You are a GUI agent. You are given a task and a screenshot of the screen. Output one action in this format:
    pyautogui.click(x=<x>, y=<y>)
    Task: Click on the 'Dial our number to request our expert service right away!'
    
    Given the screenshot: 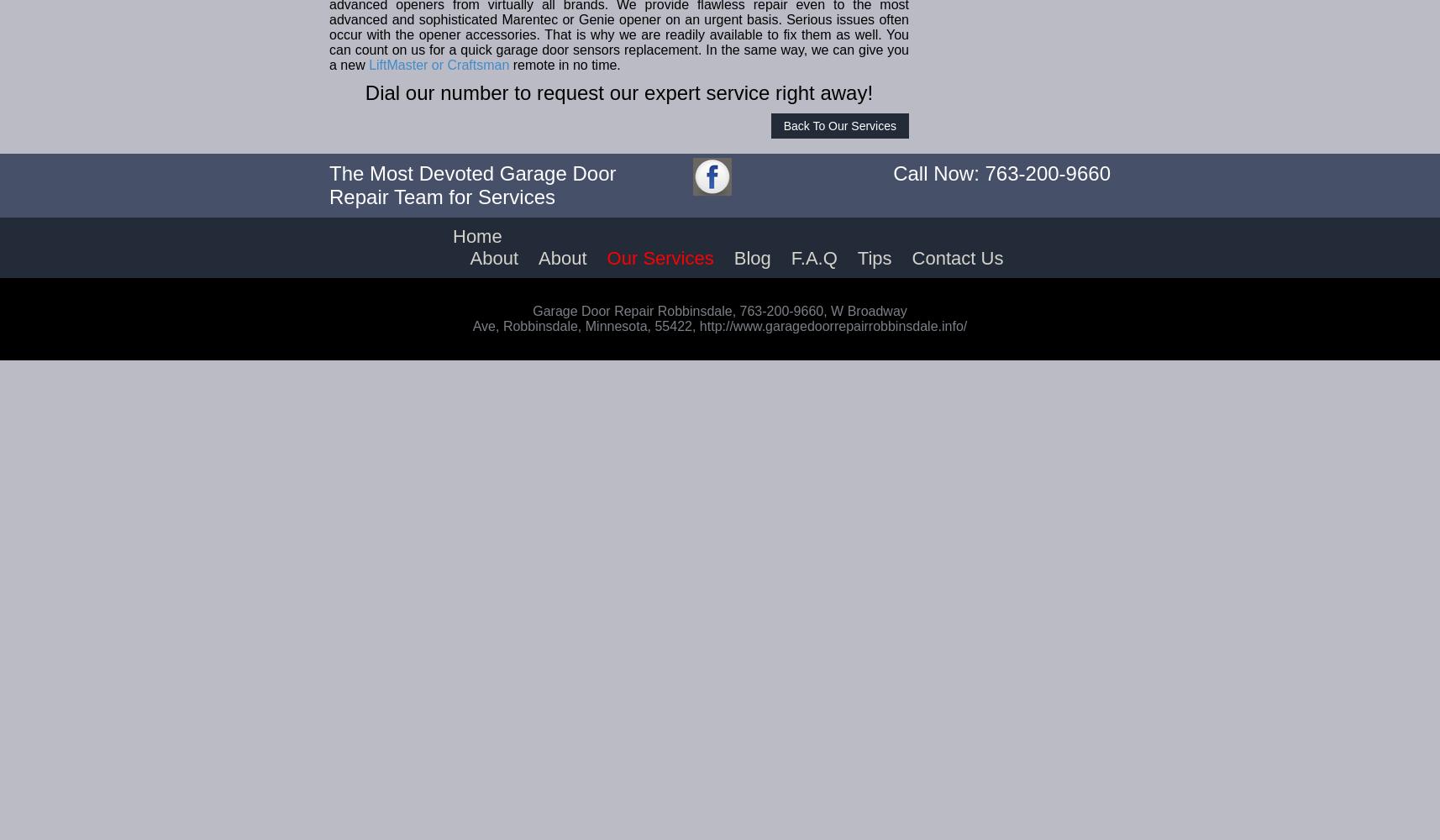 What is the action you would take?
    pyautogui.click(x=618, y=92)
    